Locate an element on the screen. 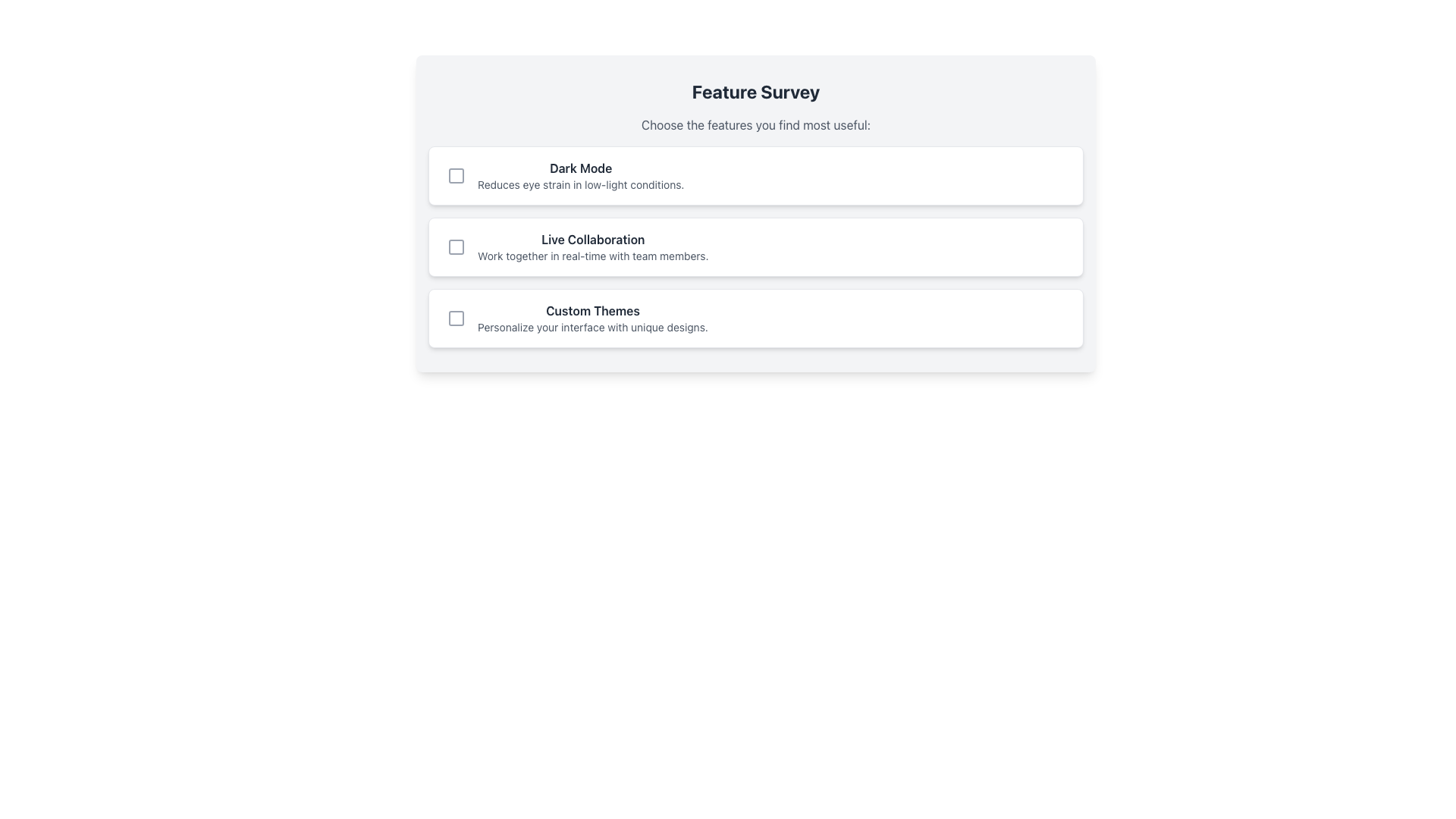 Image resolution: width=1456 pixels, height=819 pixels. the 'Dark Mode' Checkbox is located at coordinates (756, 174).